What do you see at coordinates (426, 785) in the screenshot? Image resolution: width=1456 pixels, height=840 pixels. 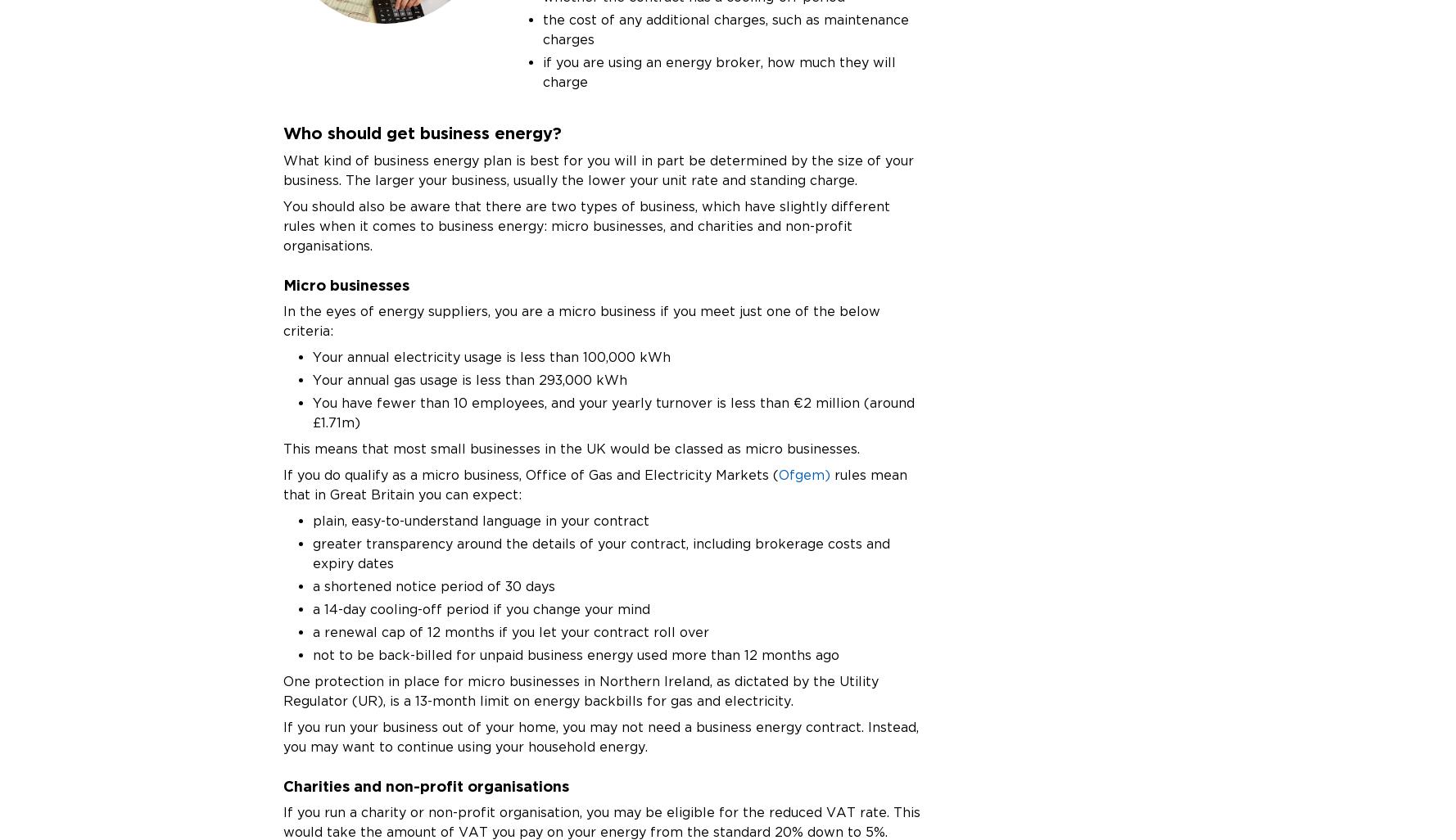 I see `'Charities and non-profit organisations'` at bounding box center [426, 785].